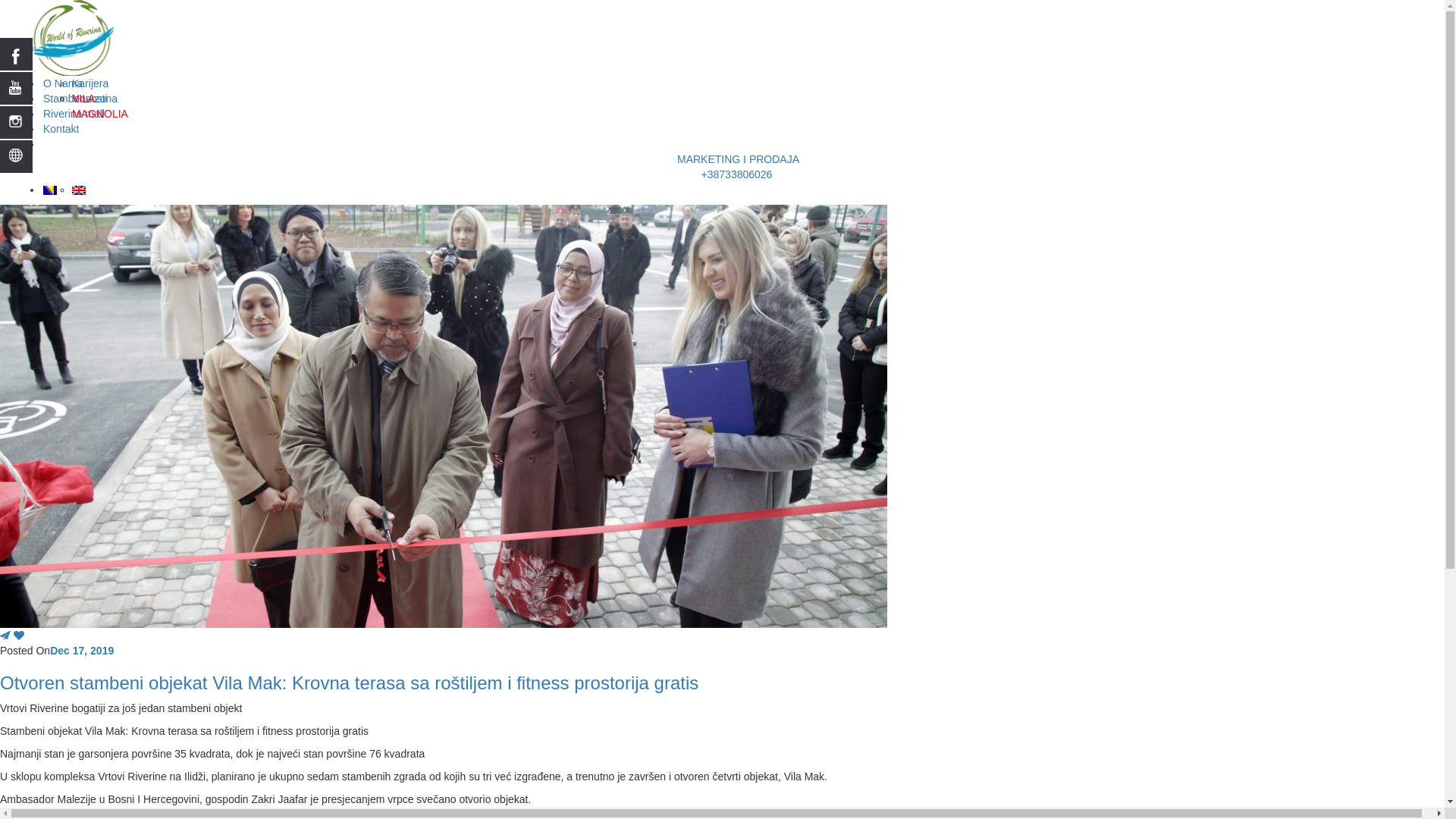 Image resolution: width=1456 pixels, height=819 pixels. Describe the element at coordinates (89, 99) in the screenshot. I see `'Novosti'` at that location.